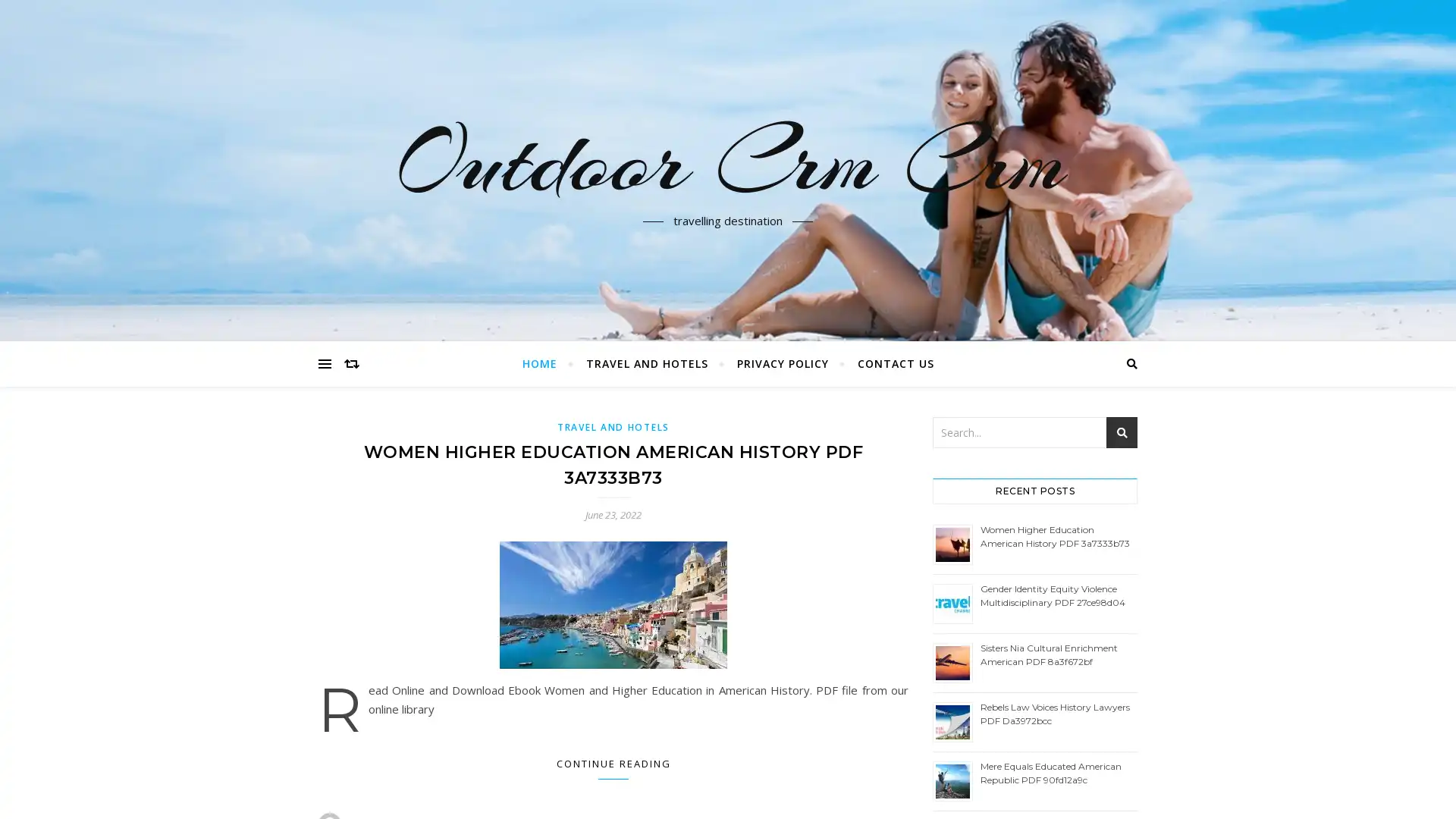 Image resolution: width=1456 pixels, height=819 pixels. I want to click on st, so click(1122, 432).